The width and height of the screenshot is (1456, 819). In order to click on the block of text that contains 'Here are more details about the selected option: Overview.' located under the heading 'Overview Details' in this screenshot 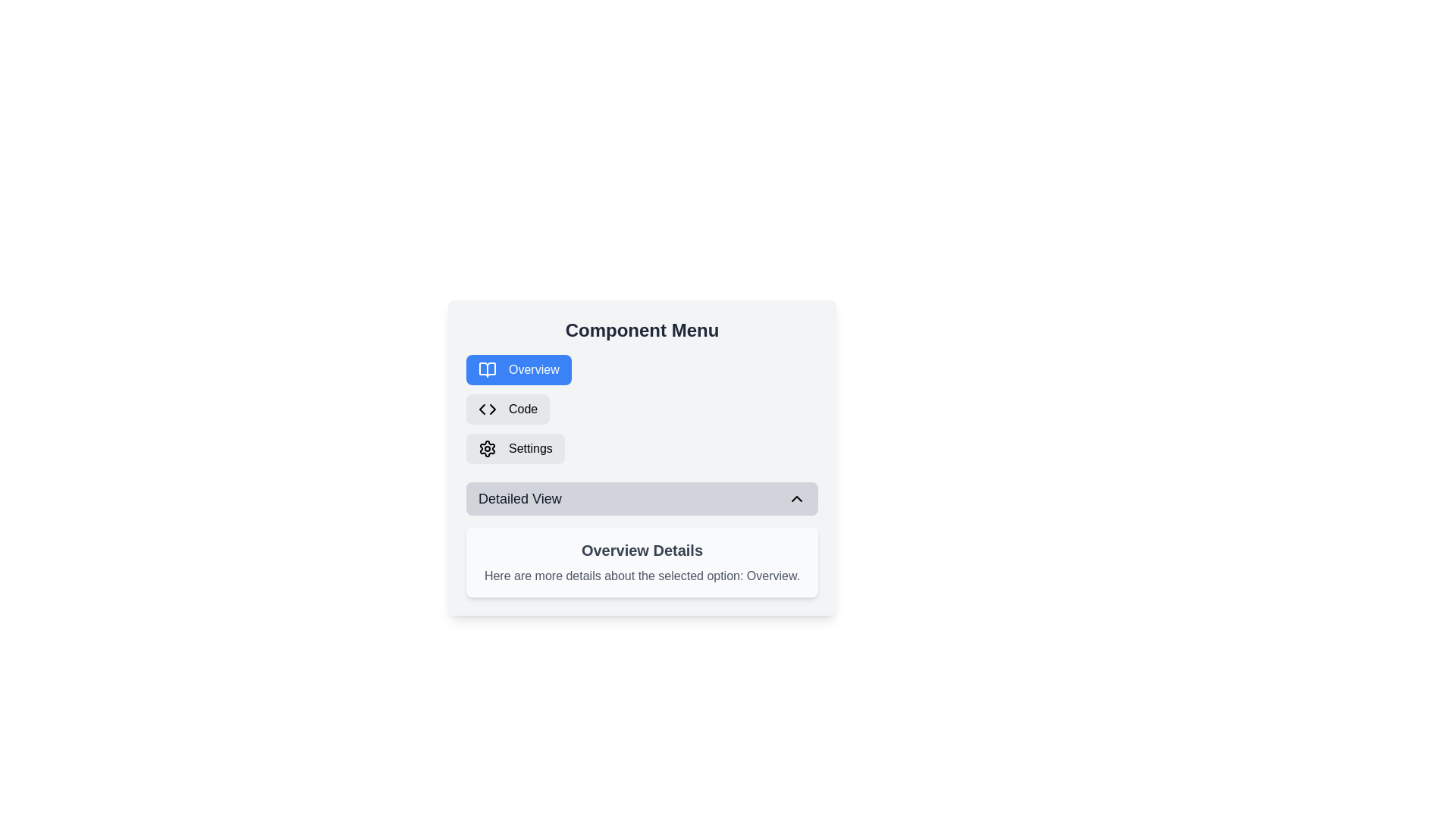, I will do `click(642, 576)`.